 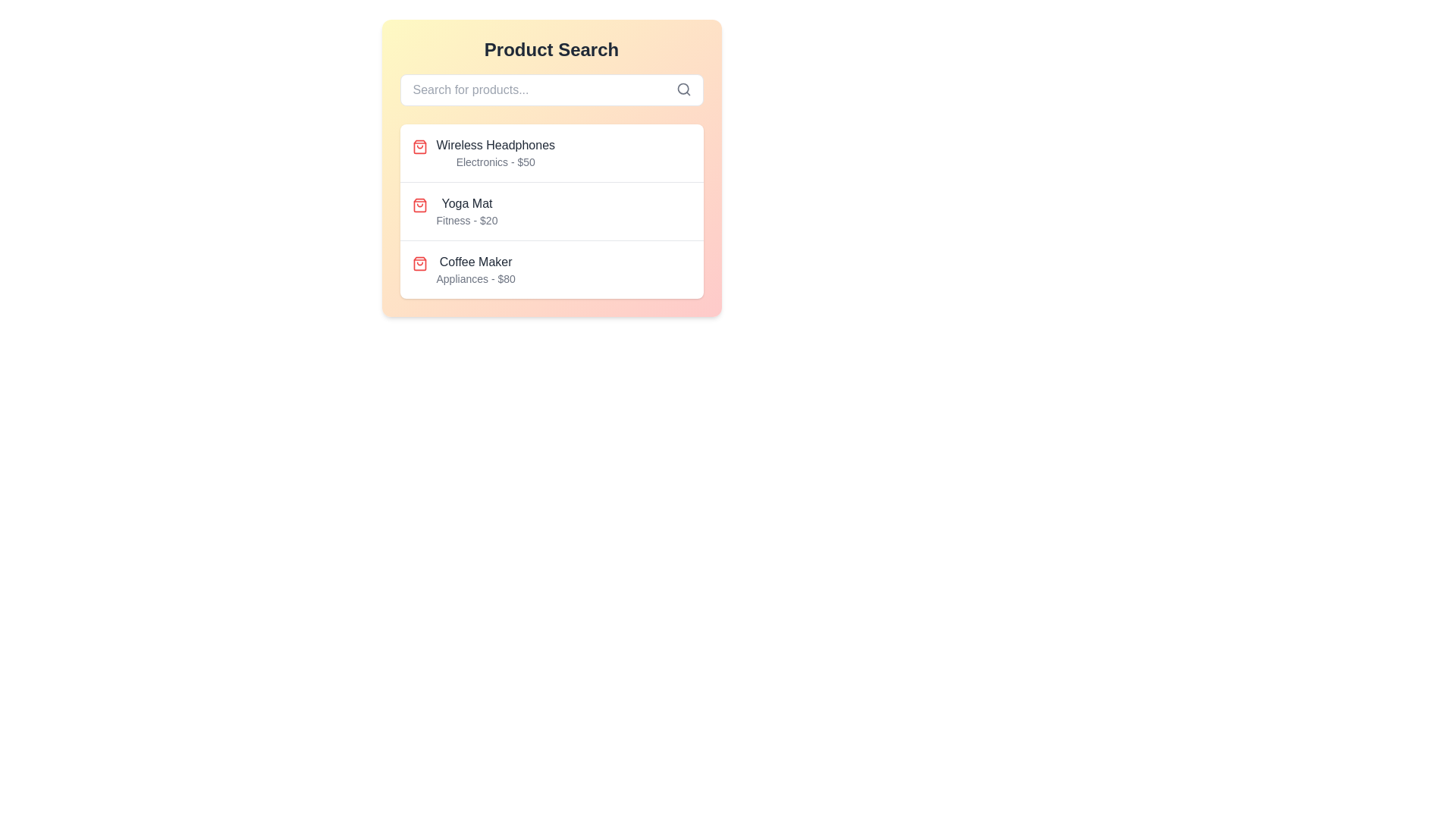 What do you see at coordinates (419, 205) in the screenshot?
I see `the shopping bag icon located to the left of the 'Yoga Mat' description in the second entry of the product listings` at bounding box center [419, 205].